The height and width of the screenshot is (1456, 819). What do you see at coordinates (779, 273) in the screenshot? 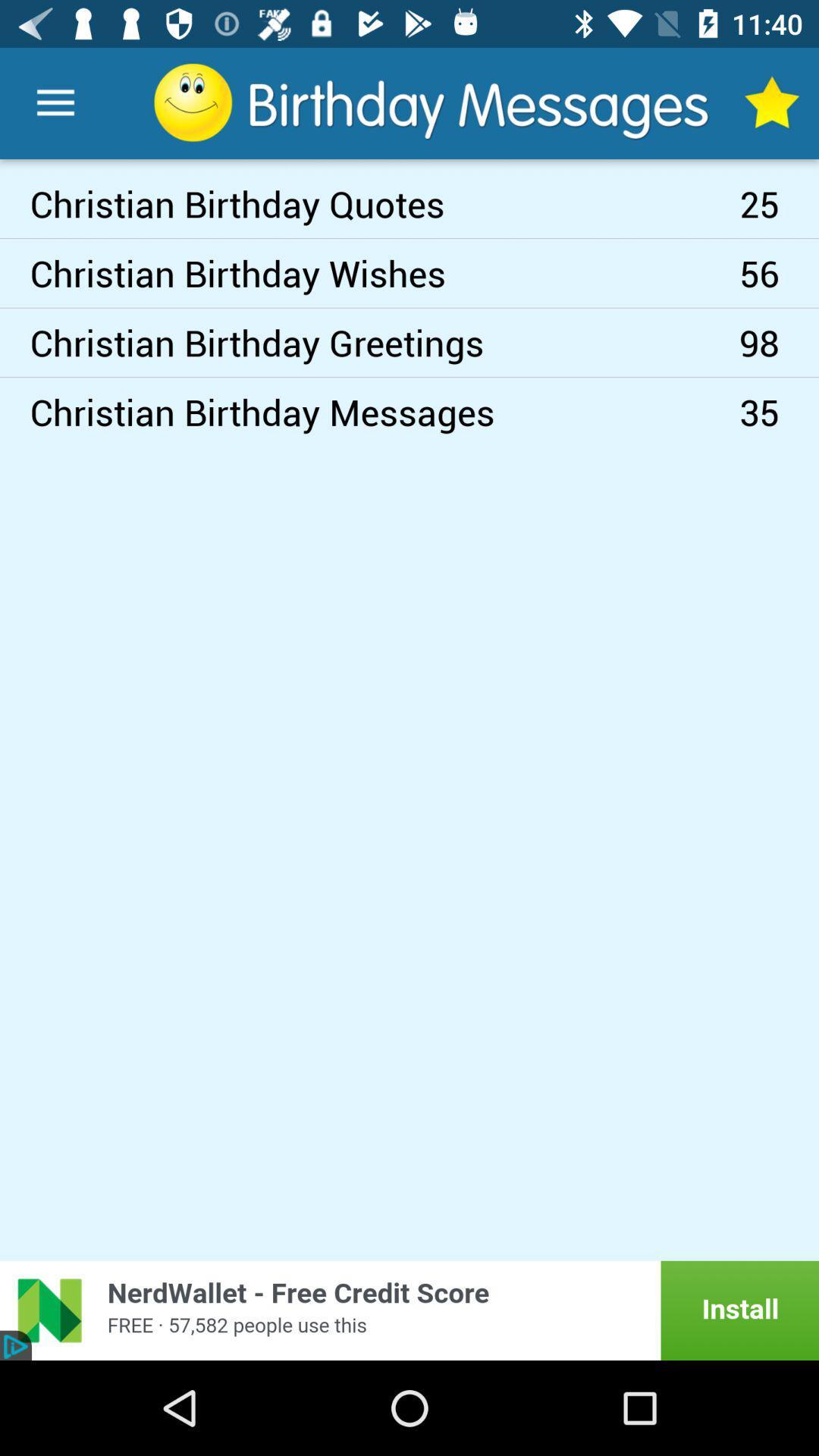
I see `the icon next to the christian birthday greetings` at bounding box center [779, 273].